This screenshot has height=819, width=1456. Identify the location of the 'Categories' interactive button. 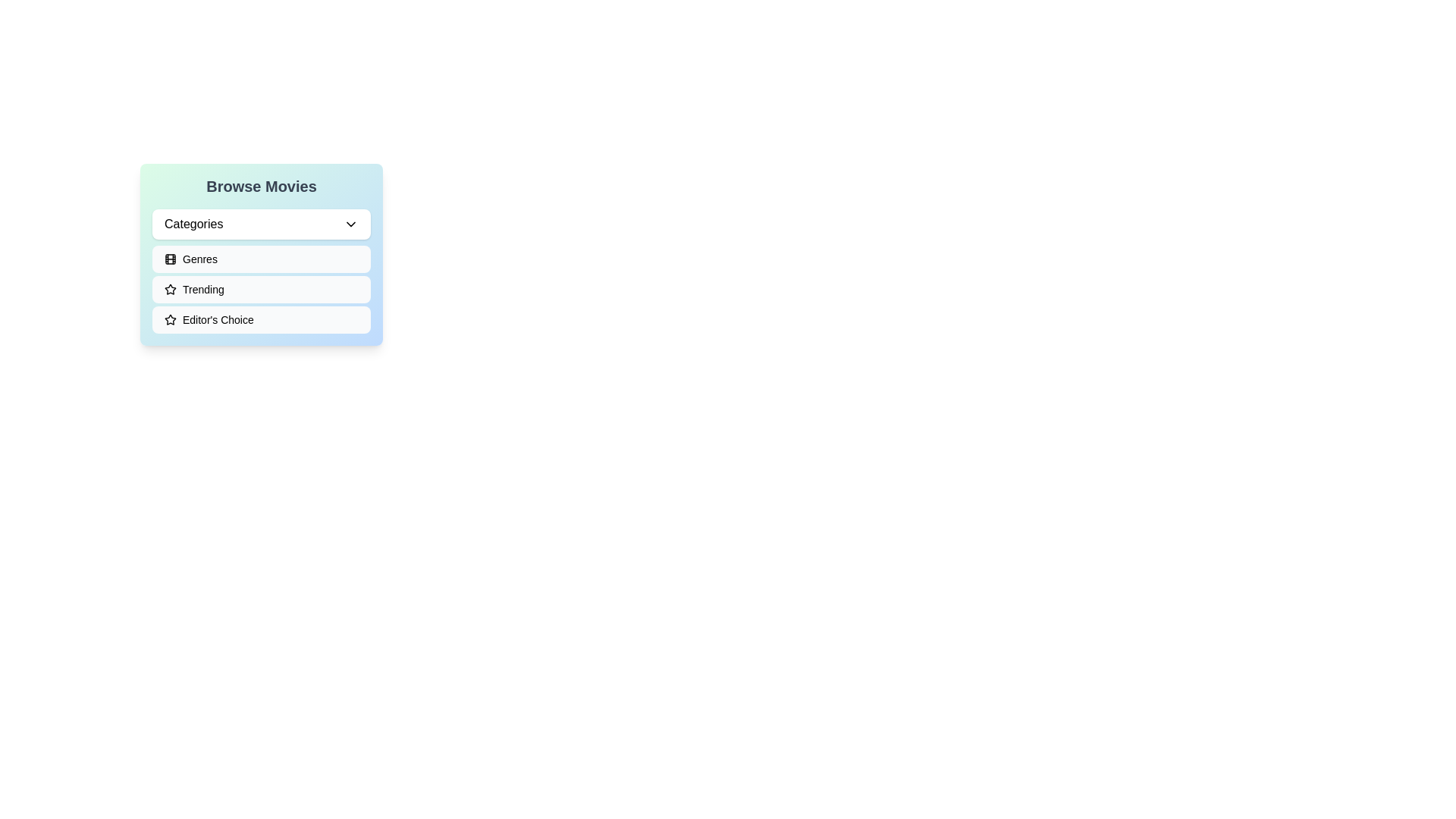
(350, 224).